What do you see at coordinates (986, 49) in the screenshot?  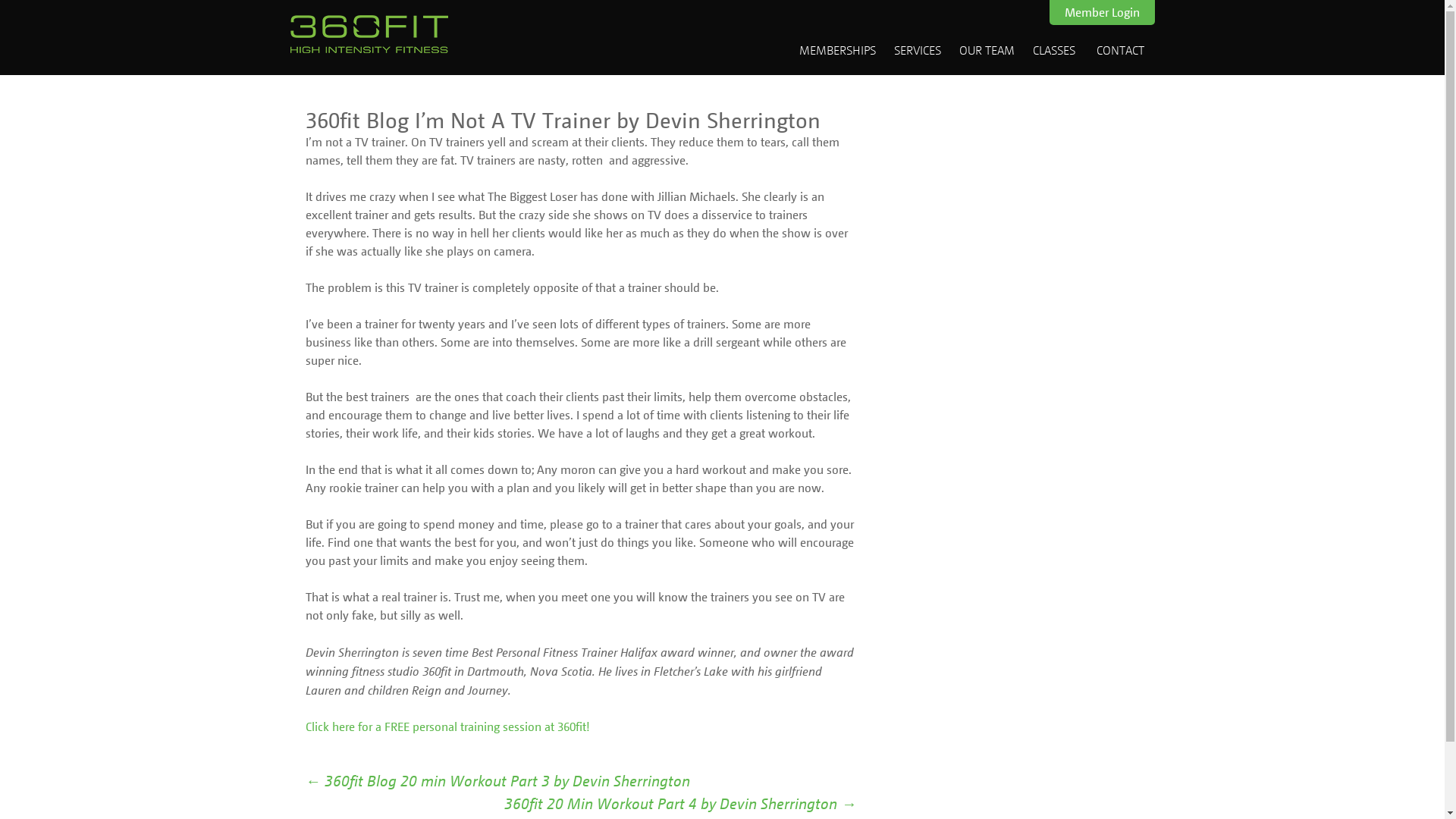 I see `'OUR TEAM'` at bounding box center [986, 49].